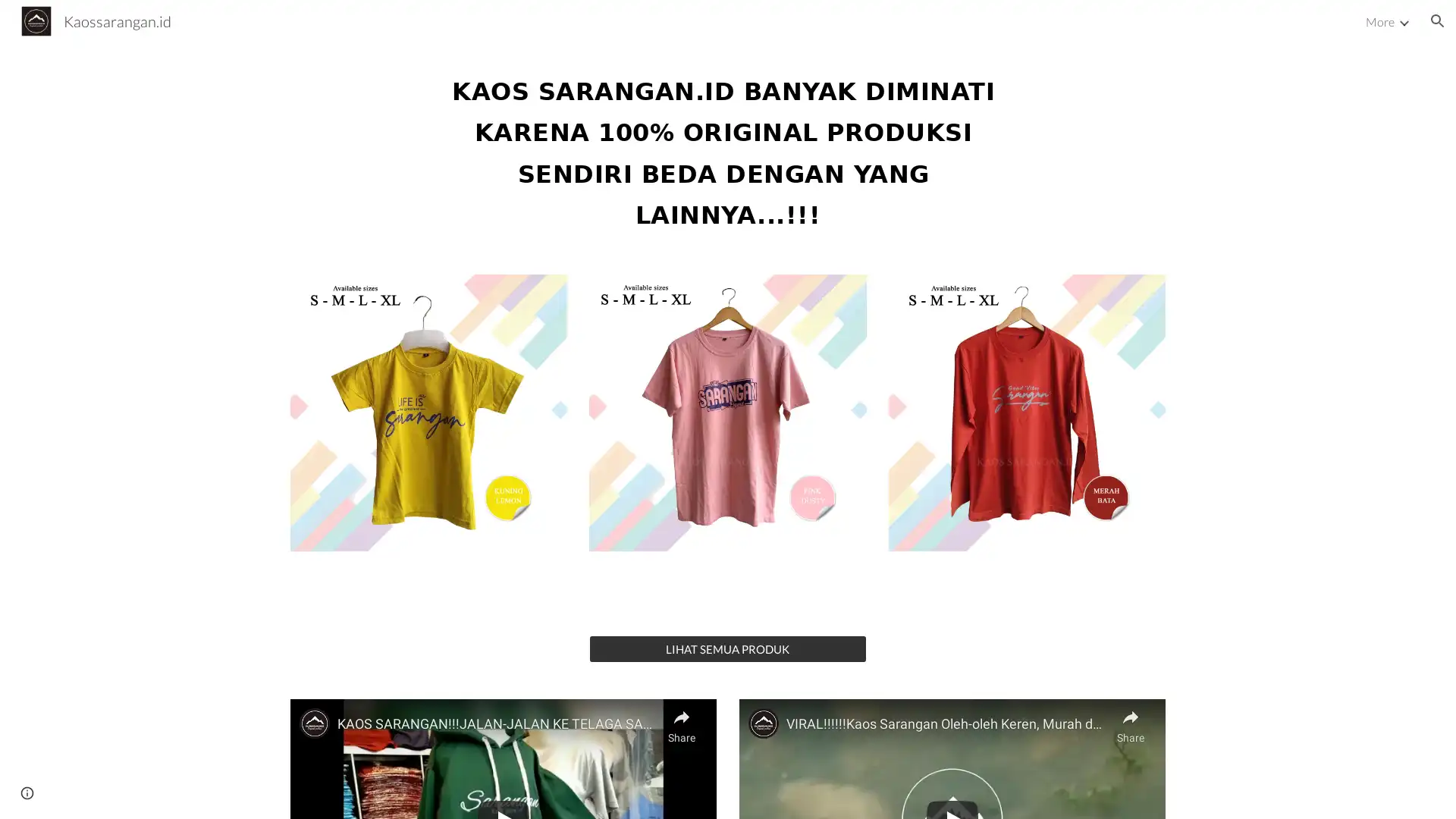  What do you see at coordinates (27, 792) in the screenshot?
I see `Site actions` at bounding box center [27, 792].